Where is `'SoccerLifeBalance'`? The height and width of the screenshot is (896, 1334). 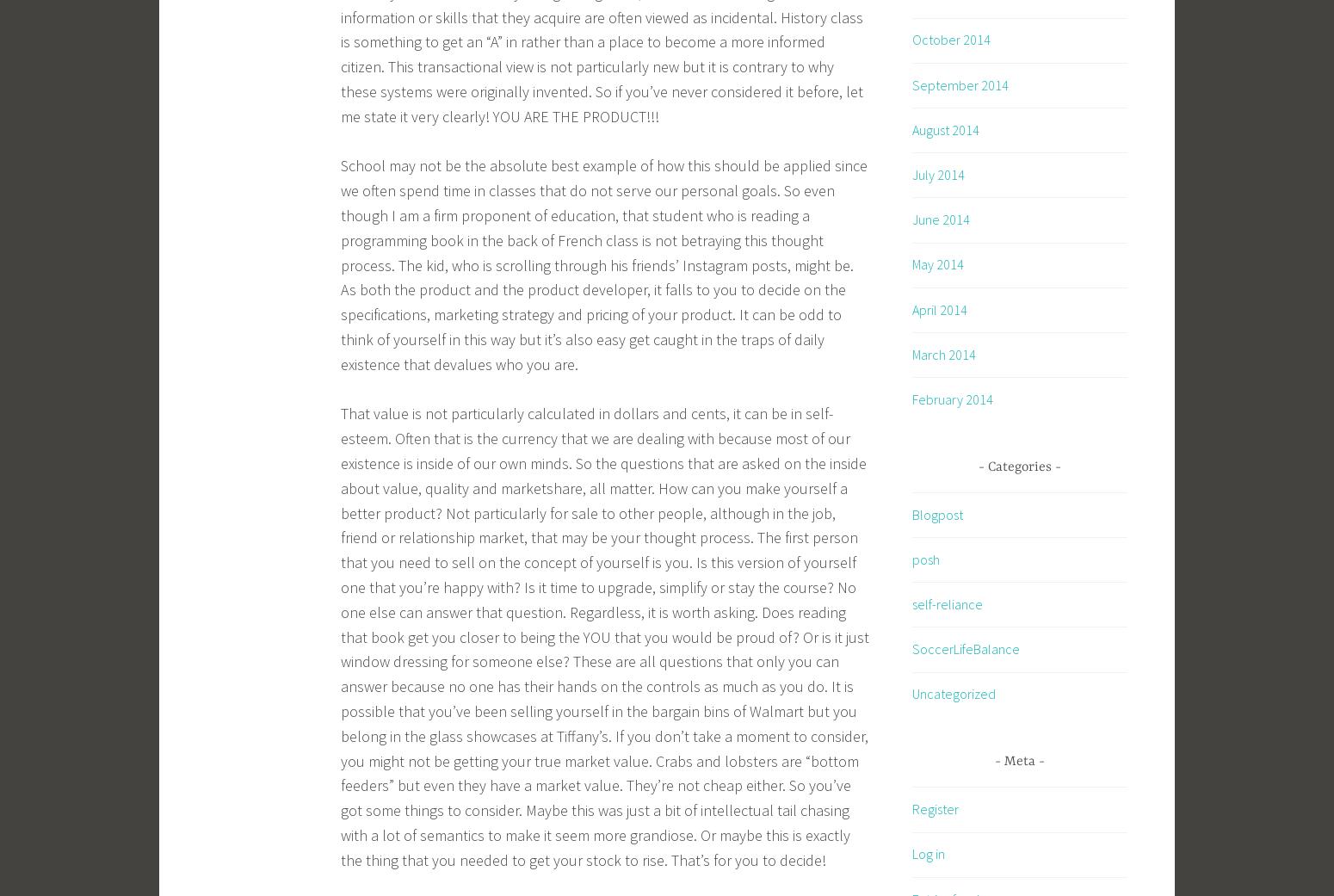 'SoccerLifeBalance' is located at coordinates (912, 648).